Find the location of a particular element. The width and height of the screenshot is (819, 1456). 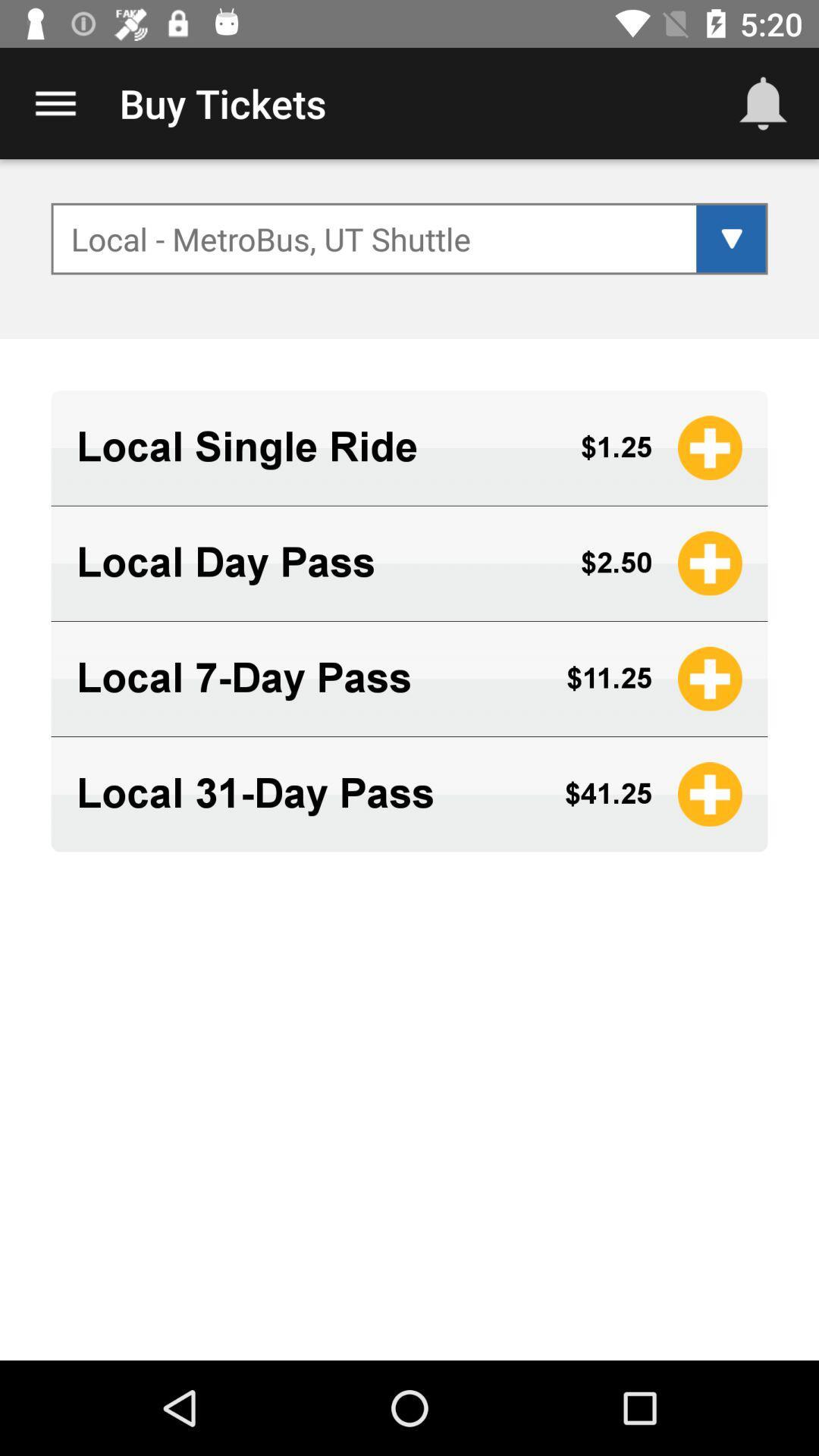

the app below local metrobus ut icon is located at coordinates (315, 447).